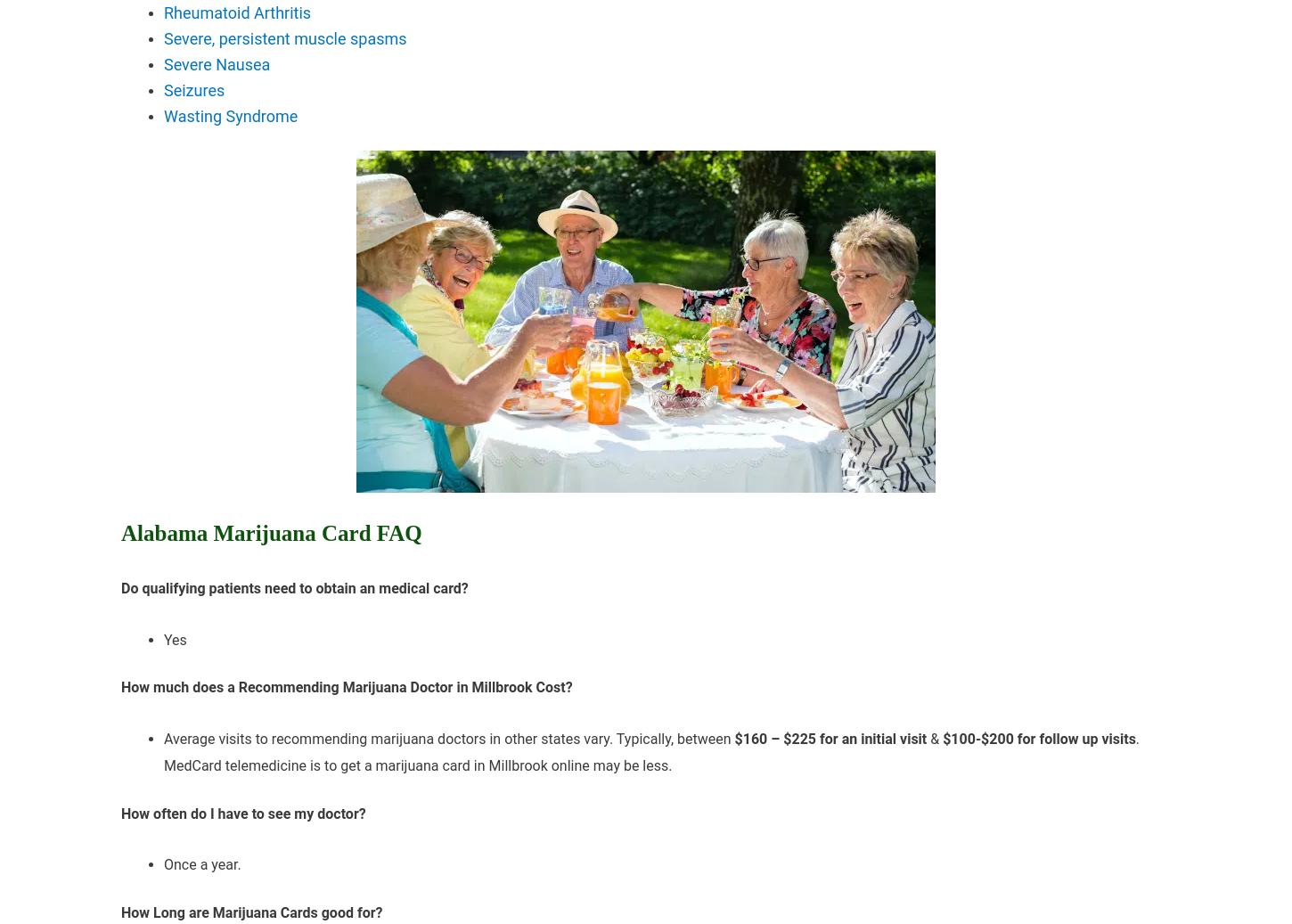  I want to click on 'How Long are Marijuana Cards good for?', so click(251, 912).